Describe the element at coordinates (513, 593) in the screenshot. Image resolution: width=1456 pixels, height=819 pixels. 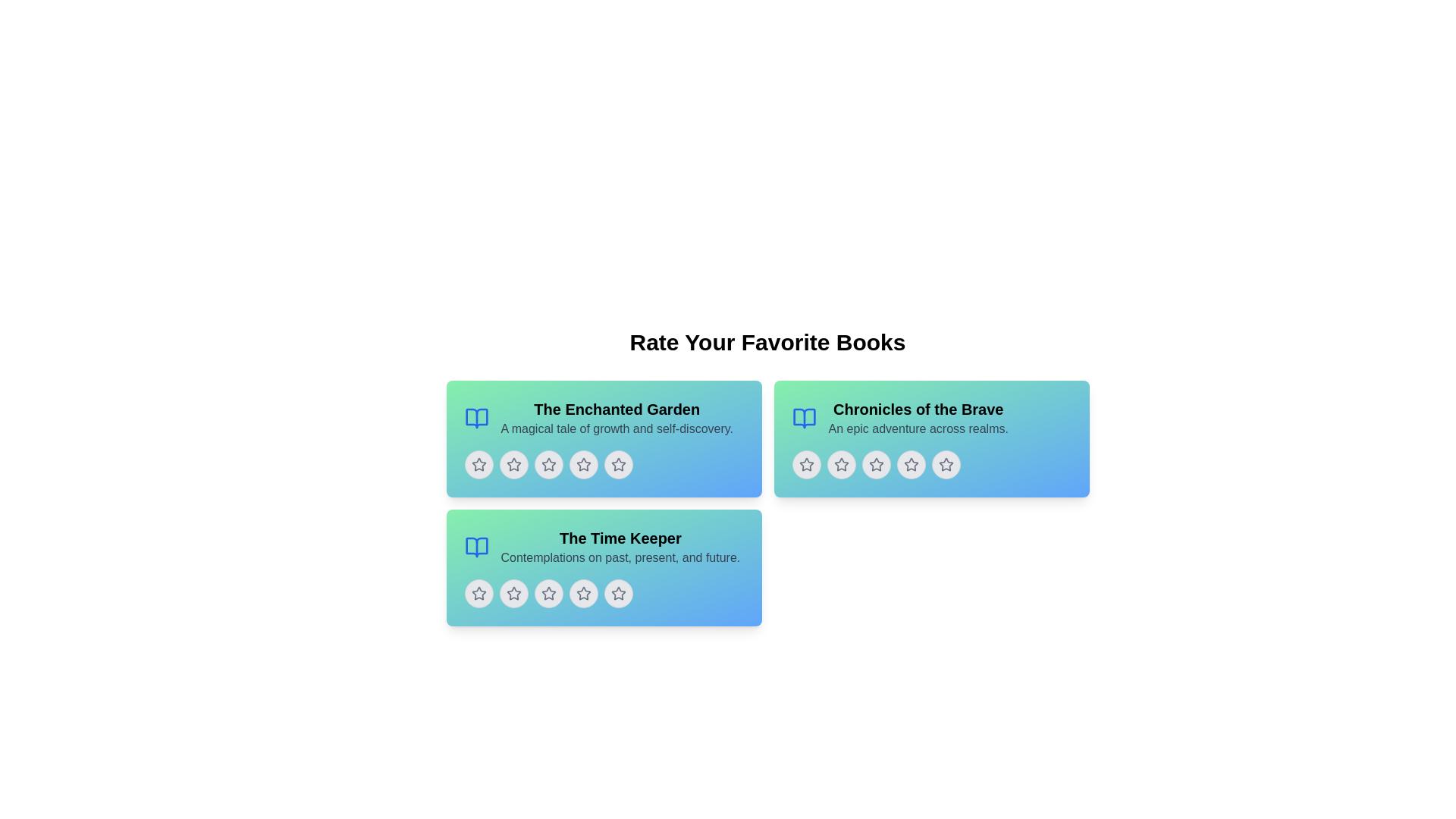
I see `the third star icon button in the rating row for 'The Time Keeper' card` at that location.